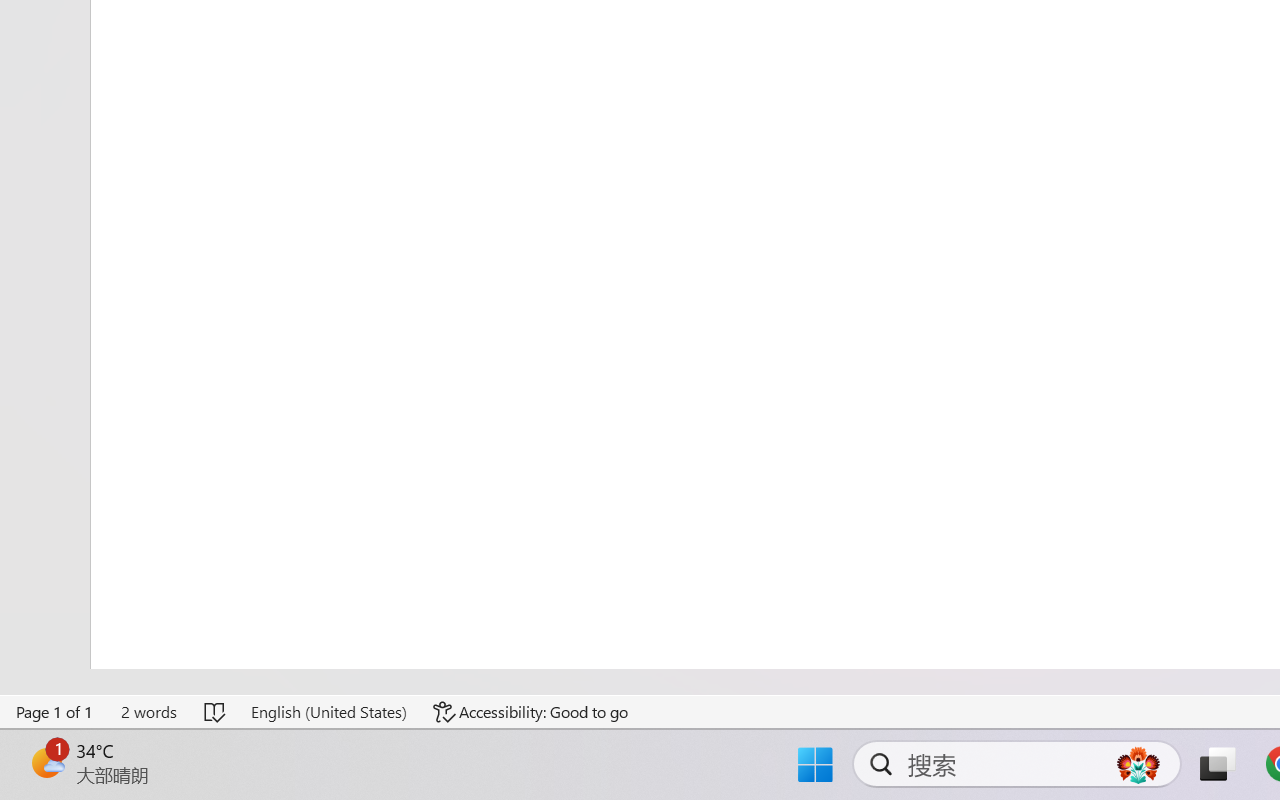  Describe the element at coordinates (216, 711) in the screenshot. I see `'Spelling and Grammar Check No Errors'` at that location.